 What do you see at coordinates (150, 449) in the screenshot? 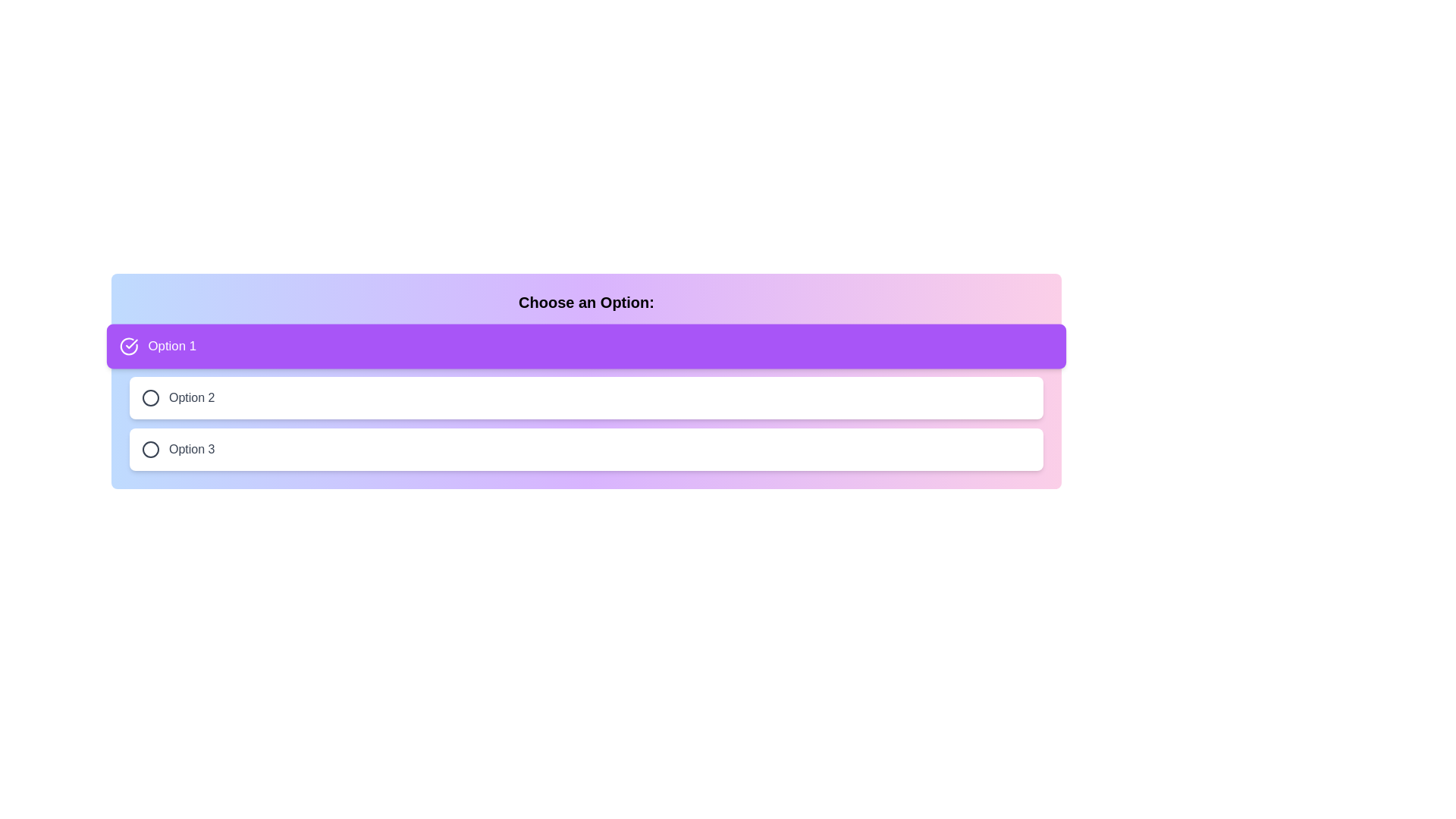
I see `the circular radio button indicator for 'Option 3'` at bounding box center [150, 449].